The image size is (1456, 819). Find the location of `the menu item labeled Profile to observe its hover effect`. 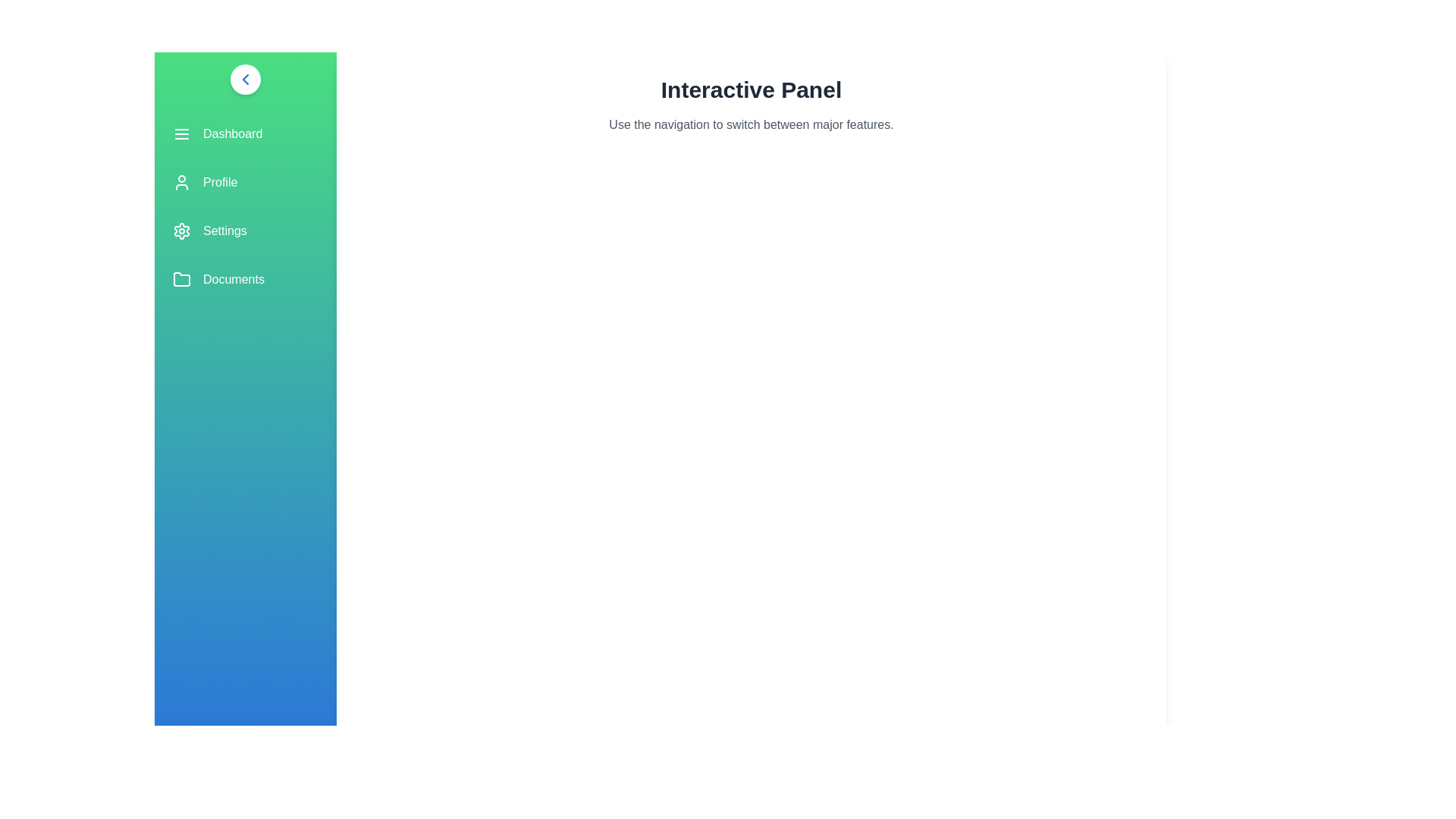

the menu item labeled Profile to observe its hover effect is located at coordinates (246, 181).